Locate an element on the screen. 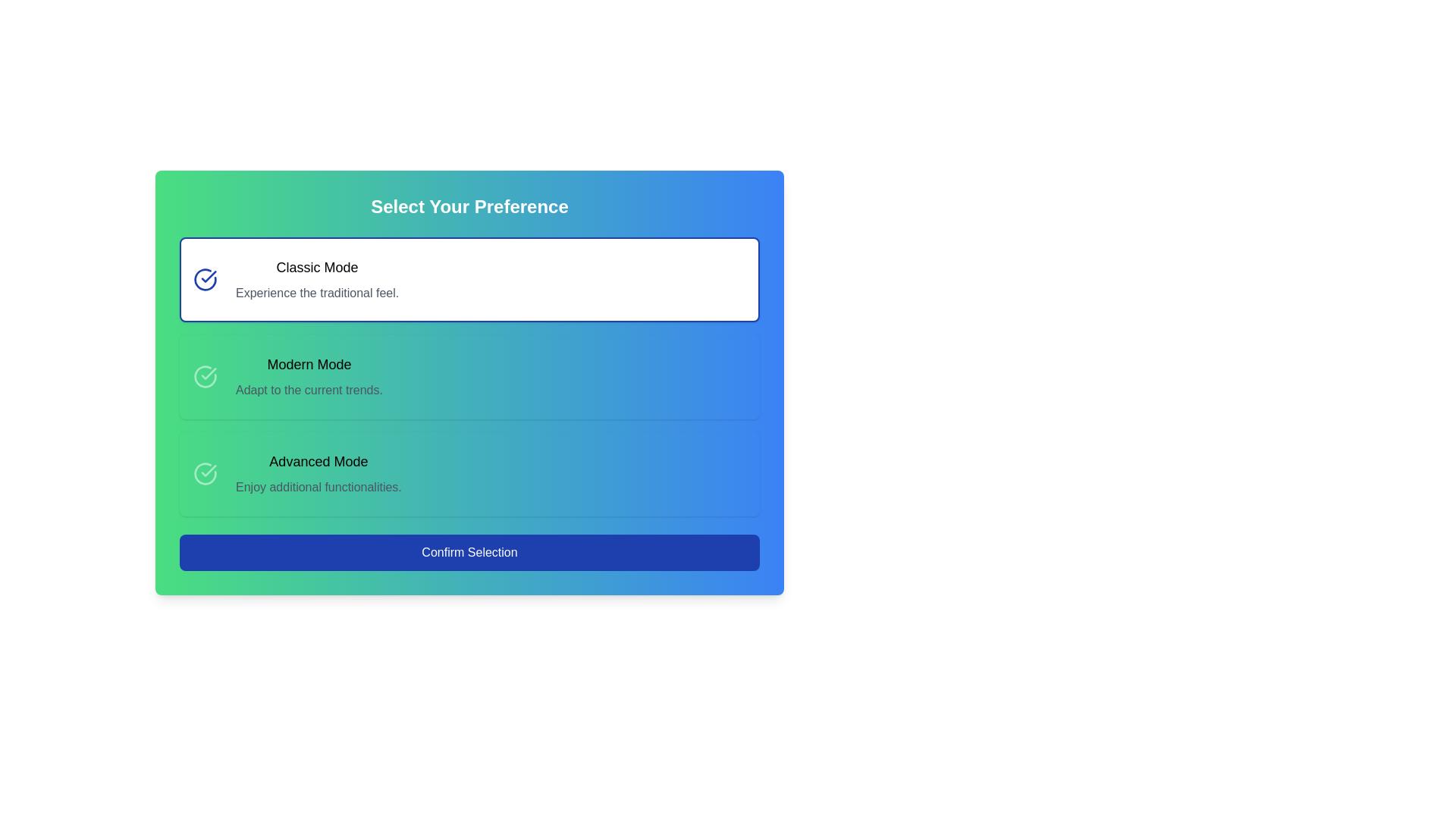 This screenshot has height=819, width=1456. the text label displaying 'Enjoy additional functionalities.' which is positioned beneath the 'Advanced Mode' heading in the third option block is located at coordinates (318, 488).